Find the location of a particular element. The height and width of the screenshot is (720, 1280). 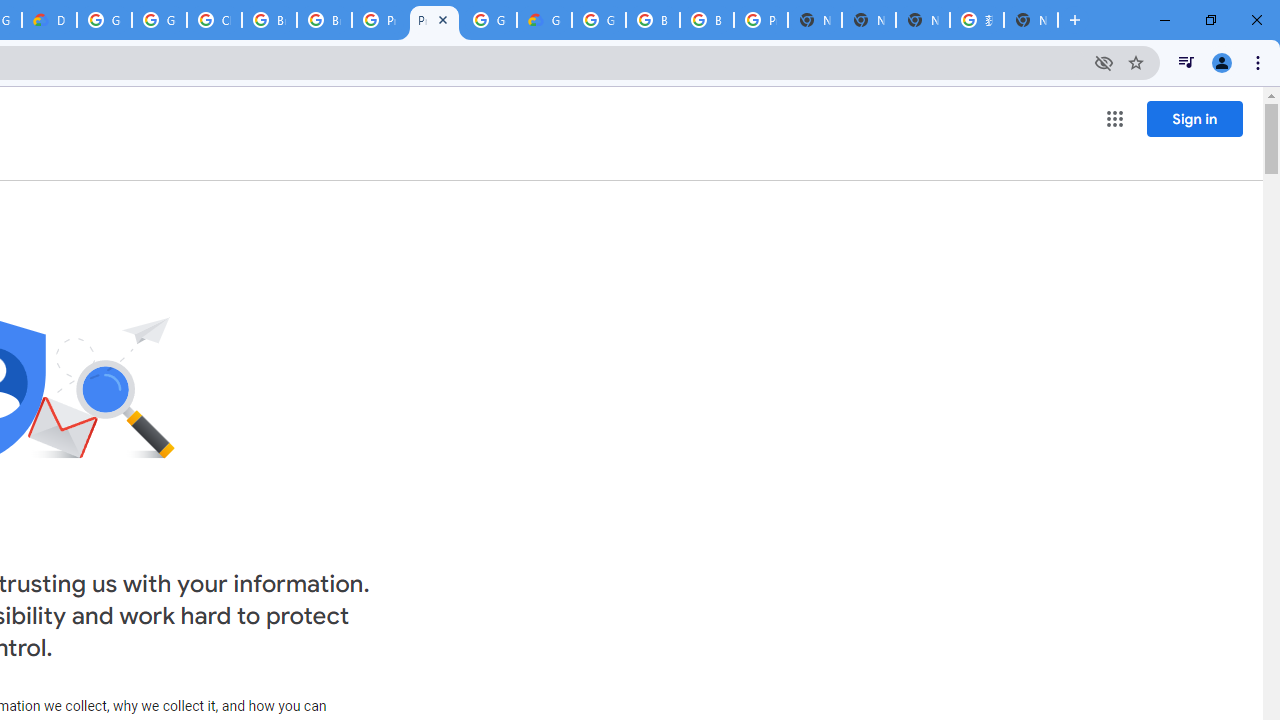

'Control your music, videos, and more' is located at coordinates (1185, 61).